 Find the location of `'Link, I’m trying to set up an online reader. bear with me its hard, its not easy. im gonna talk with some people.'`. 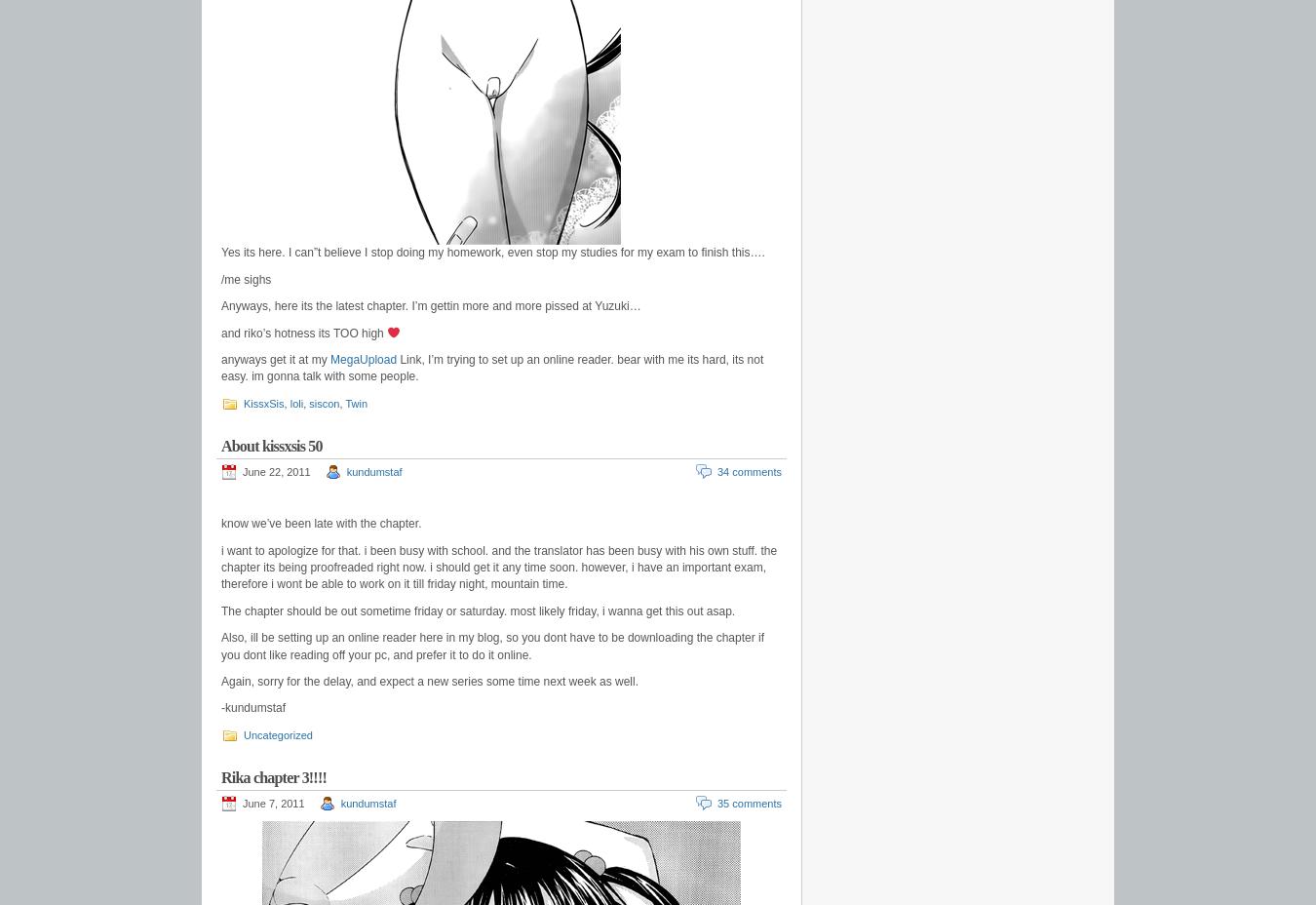

'Link, I’m trying to set up an online reader. bear with me its hard, its not easy. im gonna talk with some people.' is located at coordinates (491, 368).